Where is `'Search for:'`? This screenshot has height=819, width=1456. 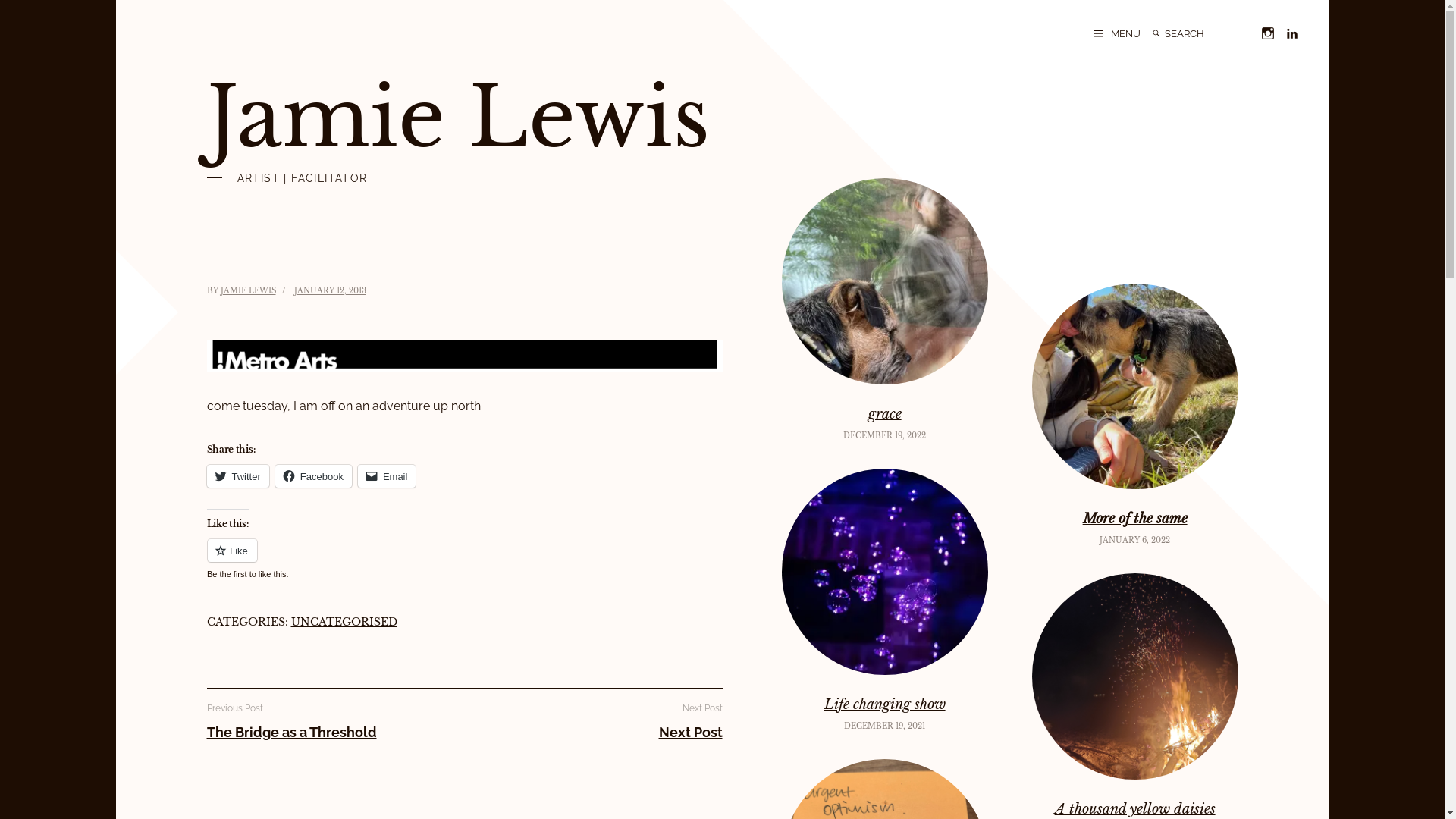 'Search for:' is located at coordinates (1164, 33).